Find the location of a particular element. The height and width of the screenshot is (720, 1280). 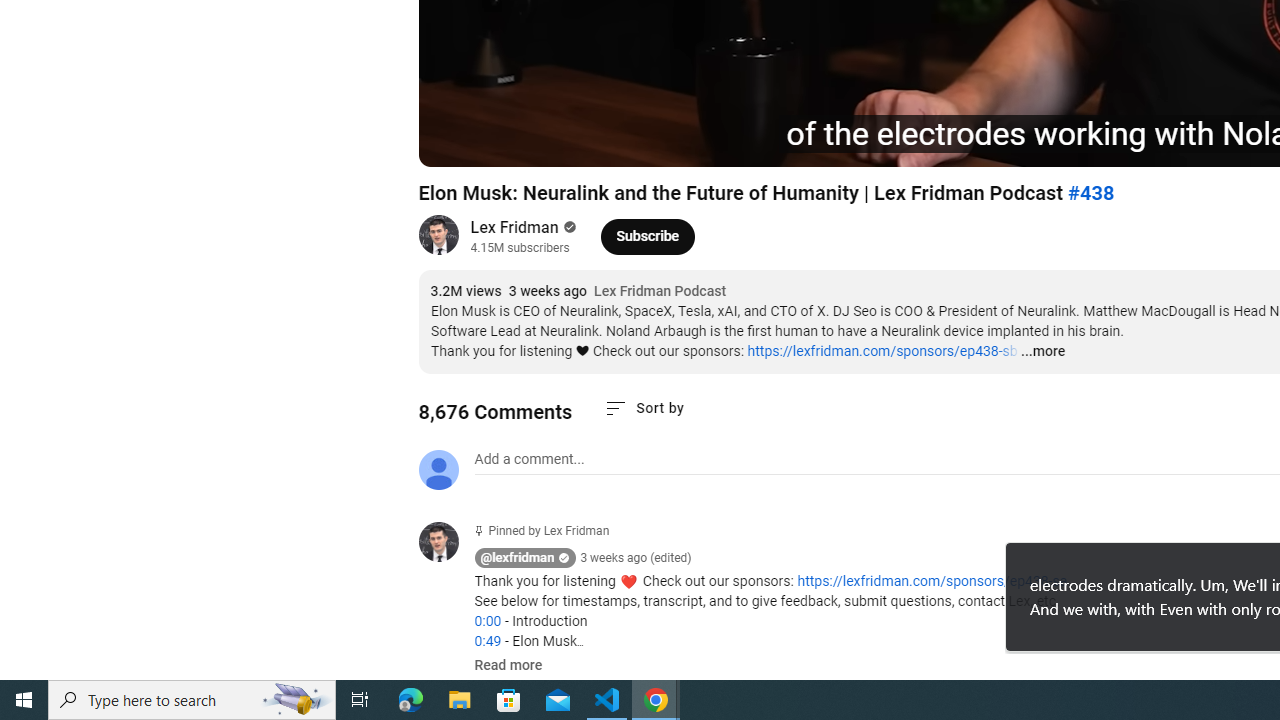

'0:49' is located at coordinates (487, 641).